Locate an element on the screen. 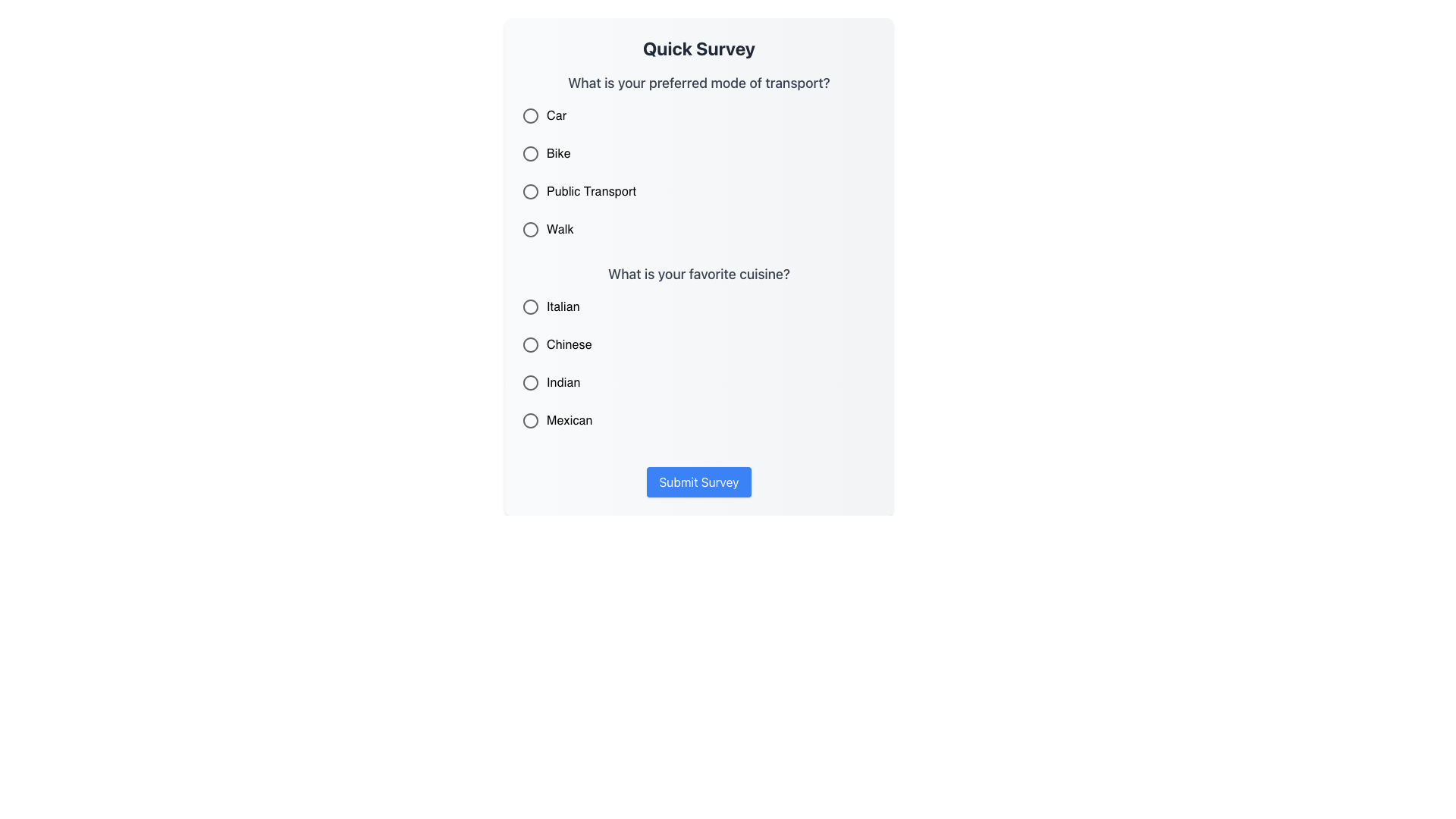  the radio button for 'Indian' cuisine is located at coordinates (531, 382).